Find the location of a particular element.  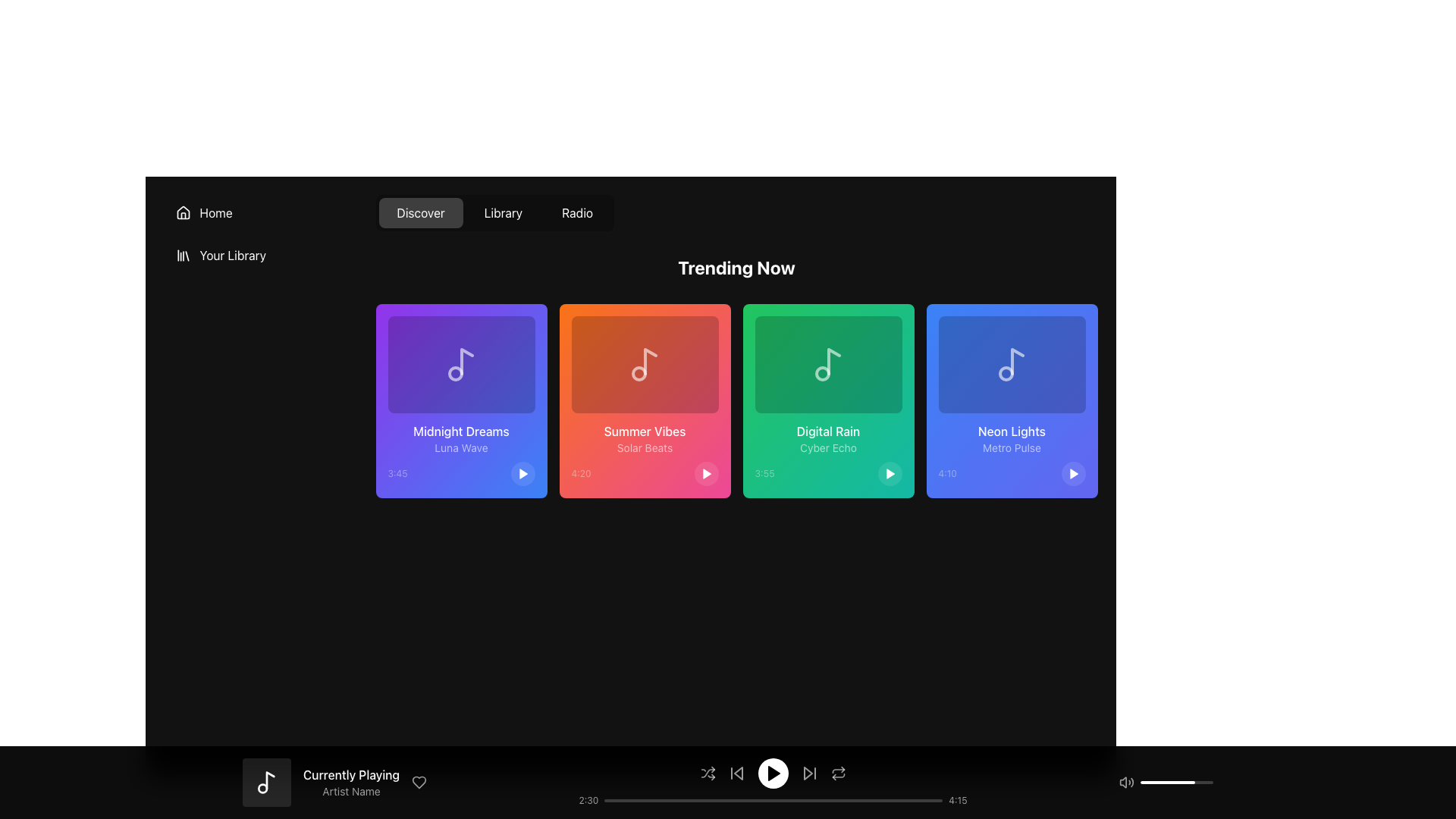

the text label displaying the subtitle or artist name for the 'Summer Vibes' music card, located below the main title within the 'Trending Now' section of the second card is located at coordinates (645, 447).